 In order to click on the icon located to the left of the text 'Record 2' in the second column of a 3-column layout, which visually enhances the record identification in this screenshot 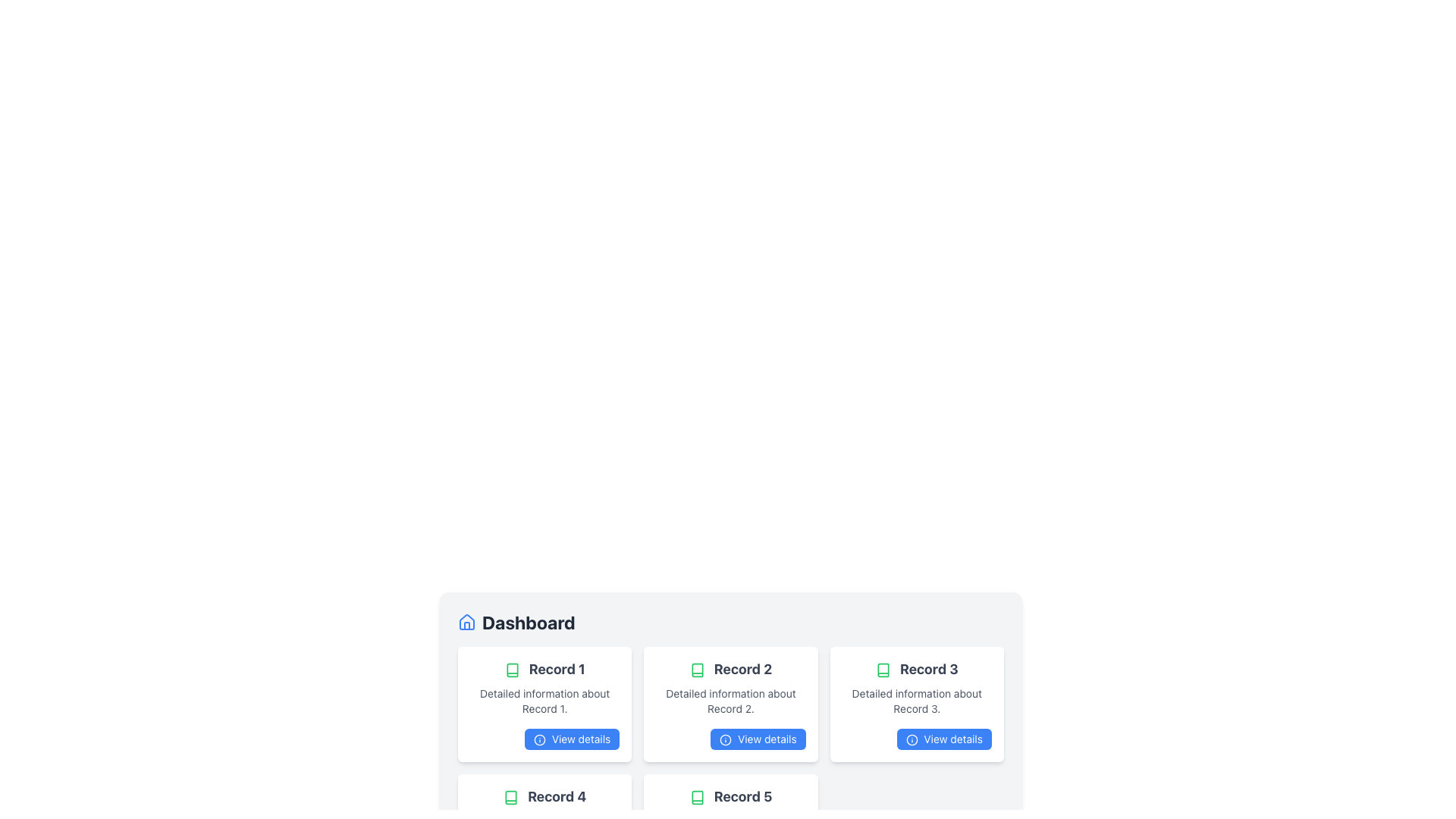, I will do `click(696, 670)`.